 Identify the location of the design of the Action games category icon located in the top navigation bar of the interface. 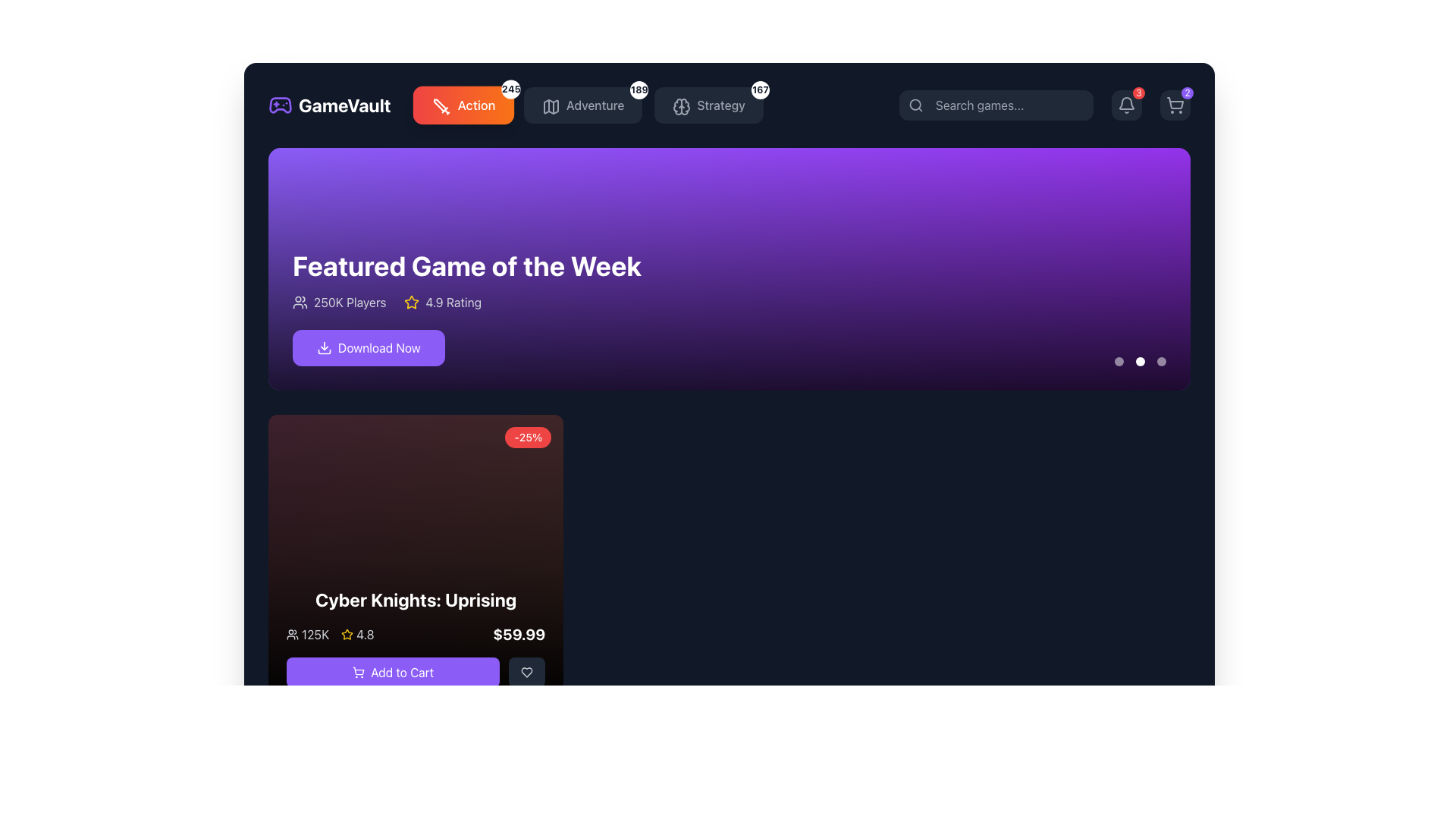
(441, 106).